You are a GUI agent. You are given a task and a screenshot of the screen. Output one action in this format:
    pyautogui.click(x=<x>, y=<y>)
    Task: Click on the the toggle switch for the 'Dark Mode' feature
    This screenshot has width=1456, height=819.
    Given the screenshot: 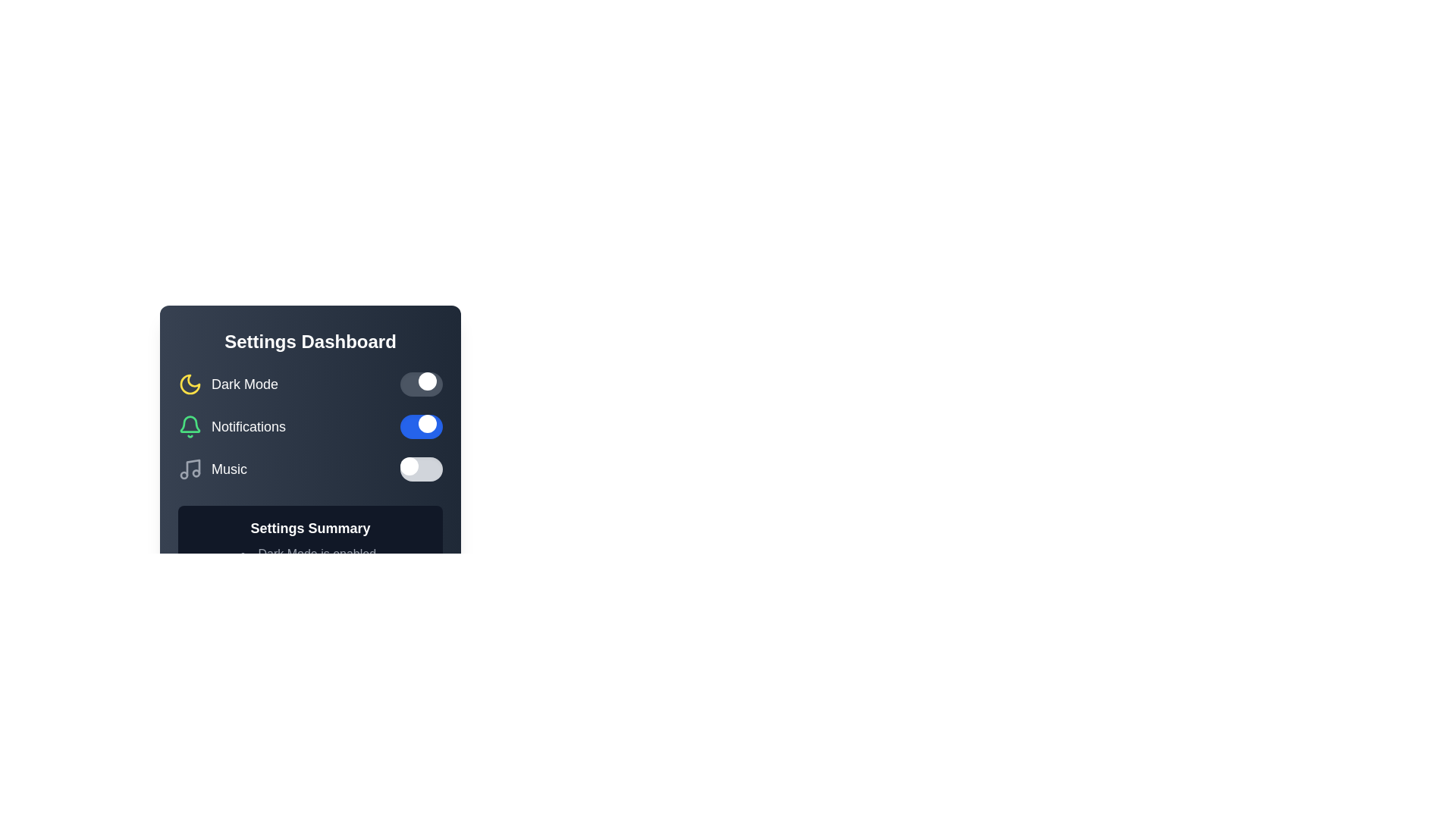 What is the action you would take?
    pyautogui.click(x=422, y=383)
    